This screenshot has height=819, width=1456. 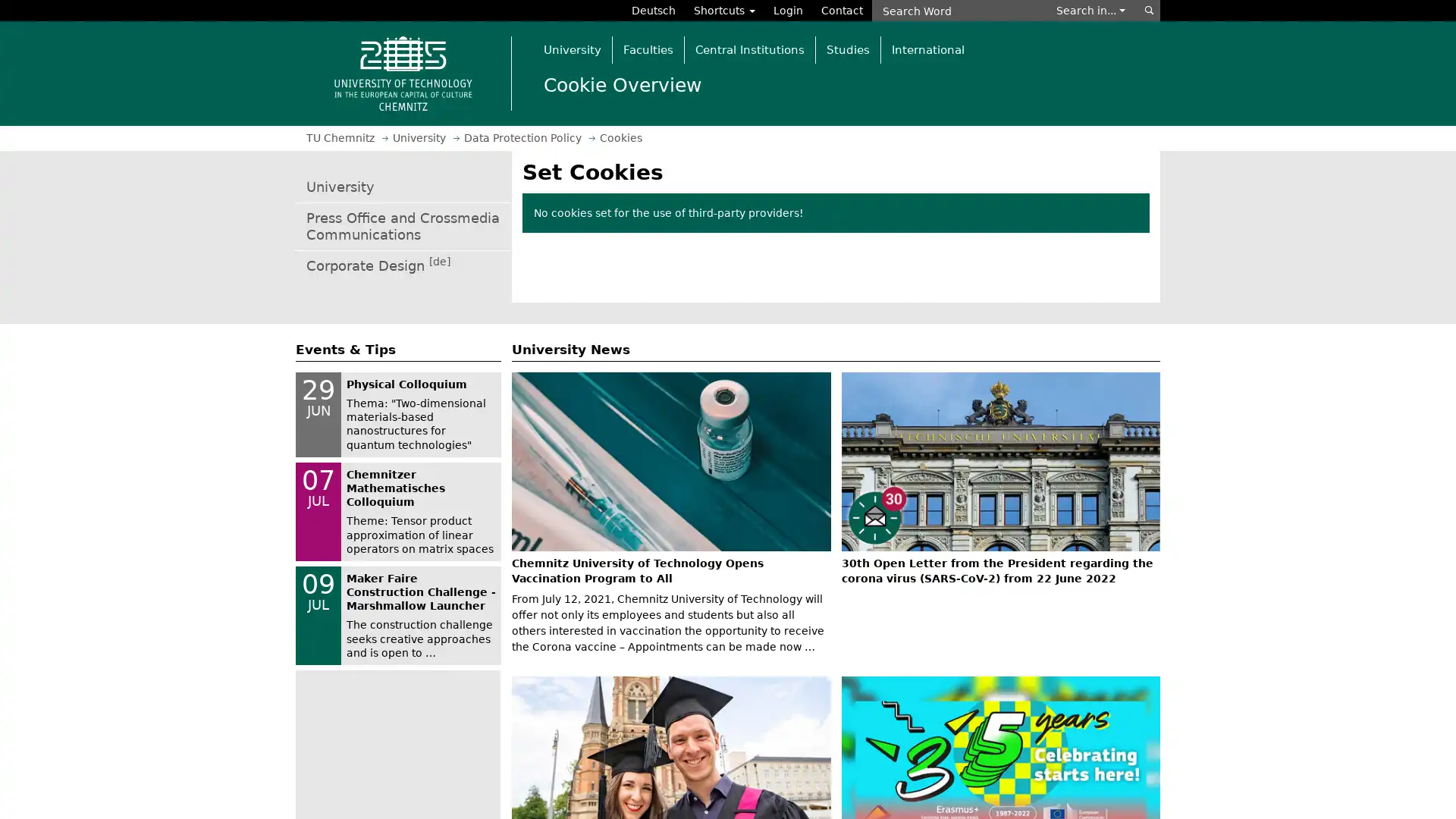 What do you see at coordinates (847, 49) in the screenshot?
I see `Studies` at bounding box center [847, 49].